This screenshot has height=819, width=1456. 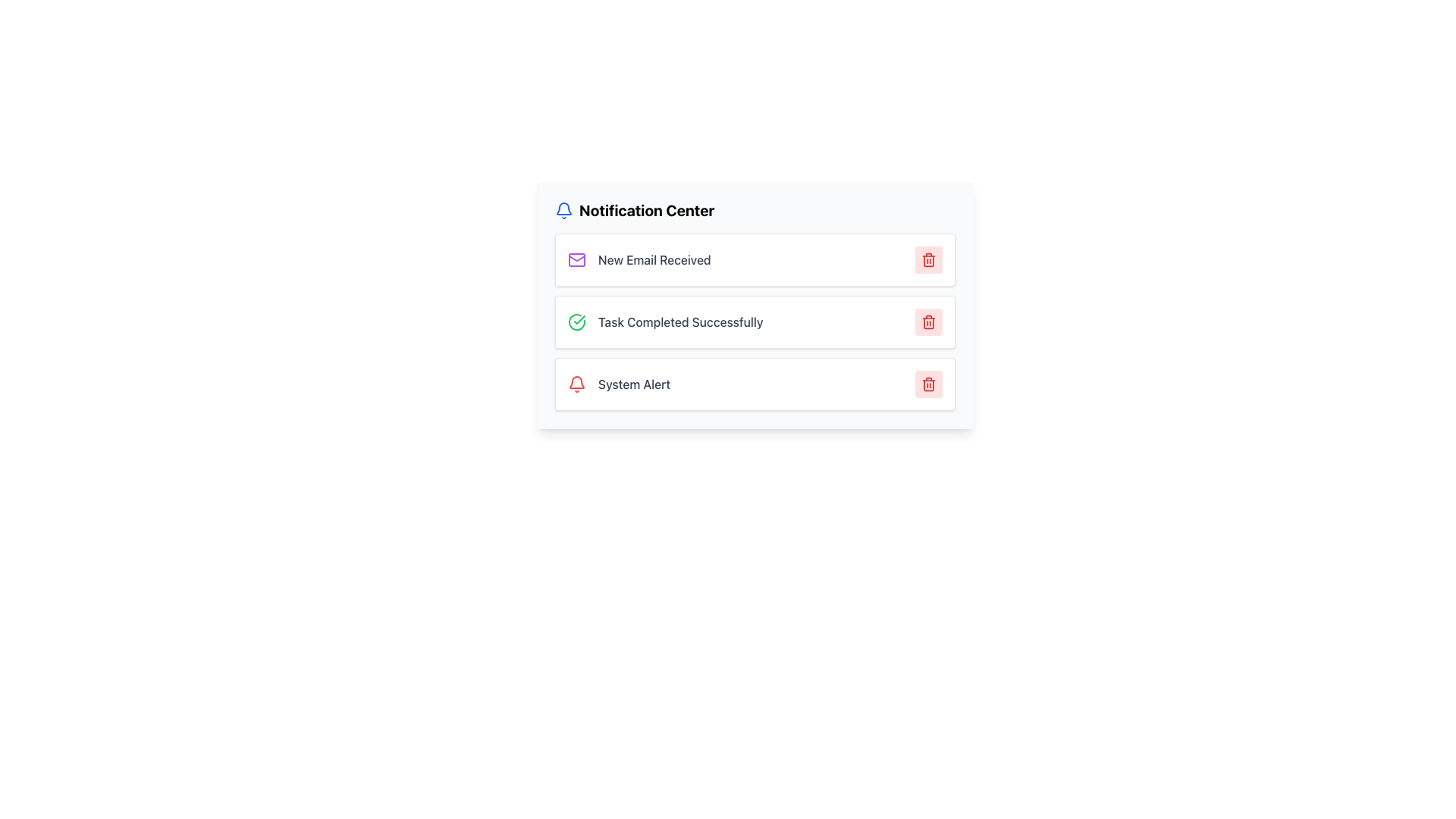 I want to click on the 'System Alert' static text label, which is styled with gray color and medium font weight, positioned to the right of a red notification icon, so click(x=634, y=383).